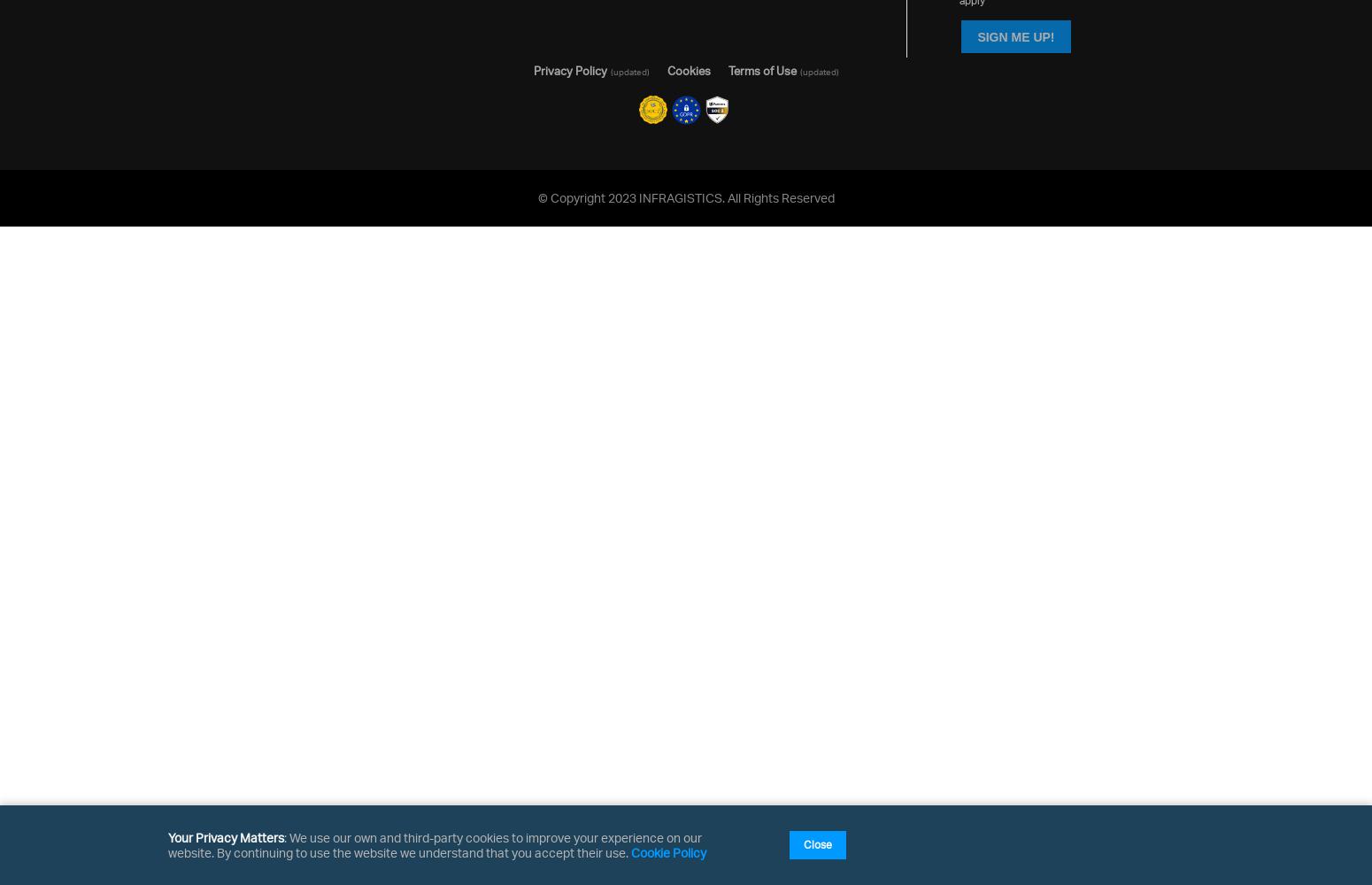 The width and height of the screenshot is (1372, 885). Describe the element at coordinates (668, 851) in the screenshot. I see `'Cookie Policy'` at that location.